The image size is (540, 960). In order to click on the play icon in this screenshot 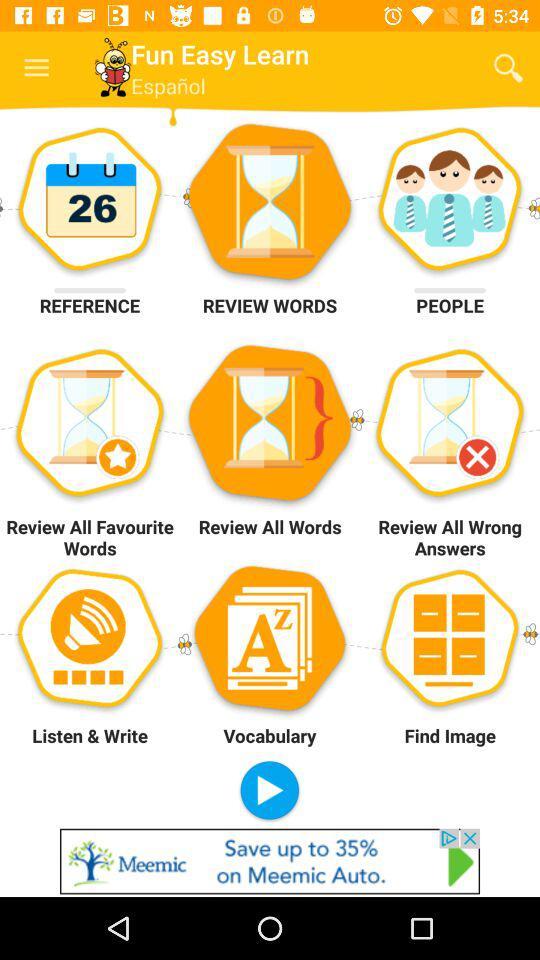, I will do `click(269, 791)`.